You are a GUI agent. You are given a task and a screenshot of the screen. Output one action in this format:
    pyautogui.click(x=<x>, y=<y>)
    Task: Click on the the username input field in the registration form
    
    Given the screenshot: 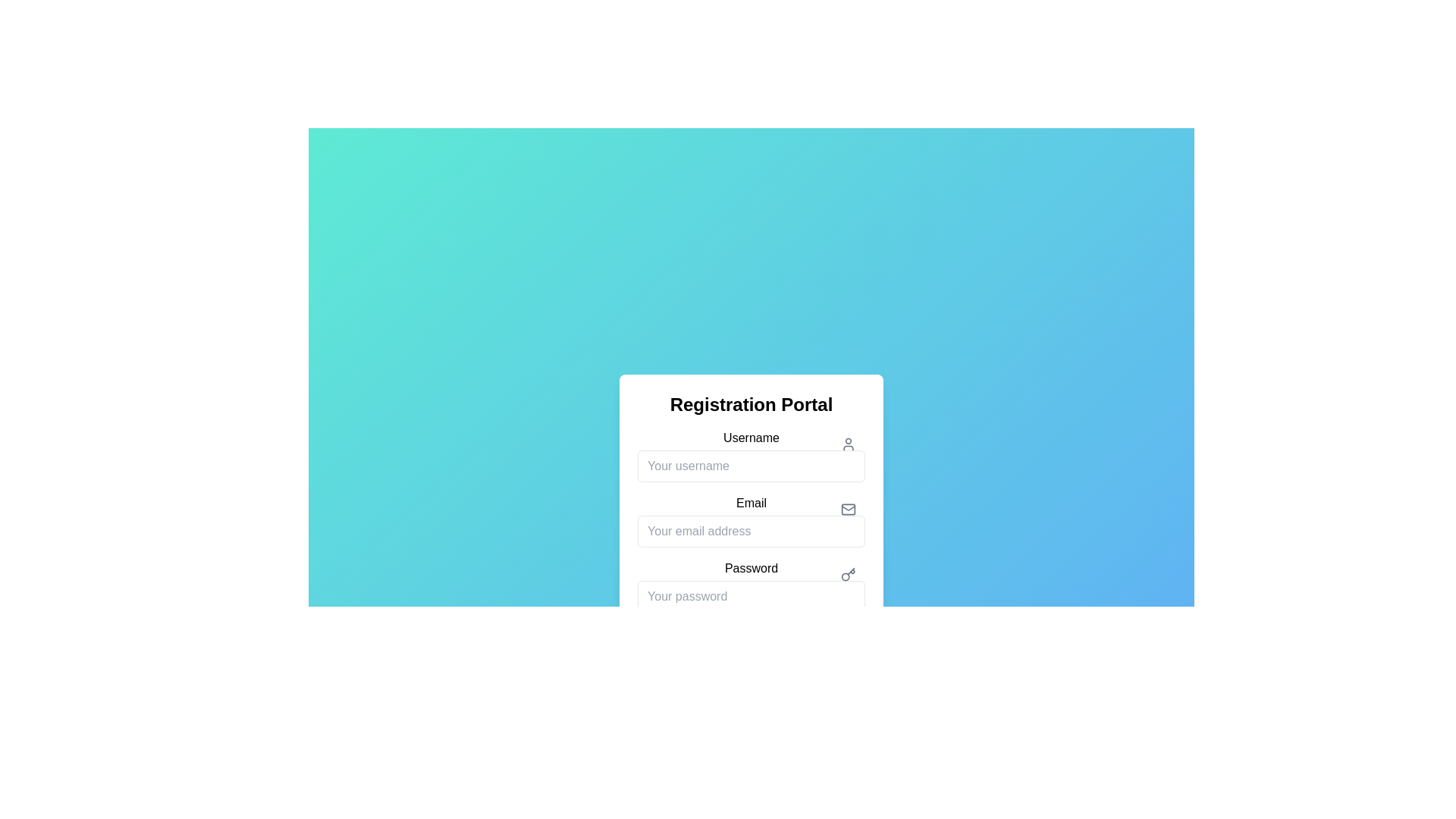 What is the action you would take?
    pyautogui.click(x=751, y=455)
    